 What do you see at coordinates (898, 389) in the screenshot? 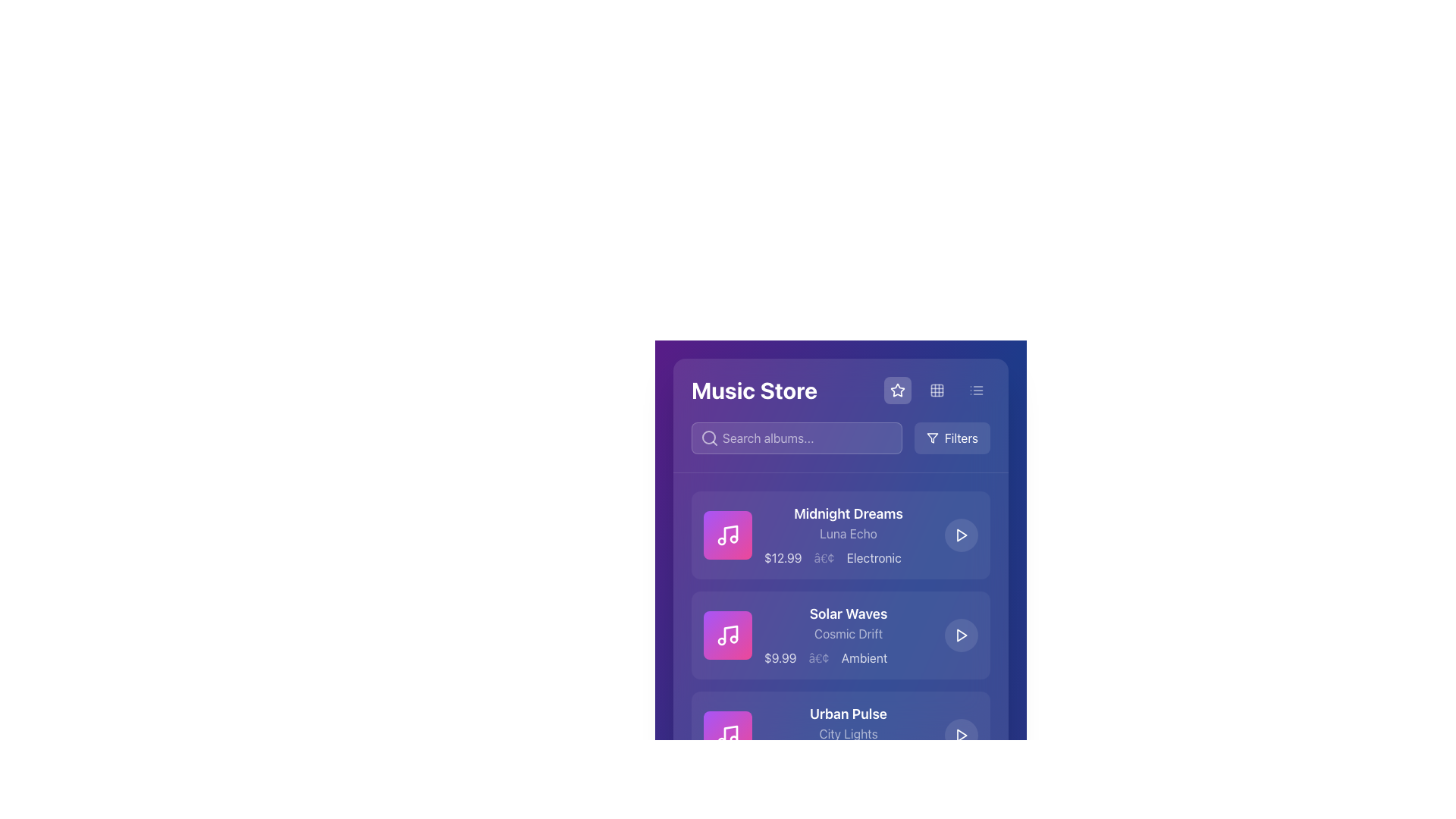
I see `the star-shaped icon in the upper right section of the interface` at bounding box center [898, 389].